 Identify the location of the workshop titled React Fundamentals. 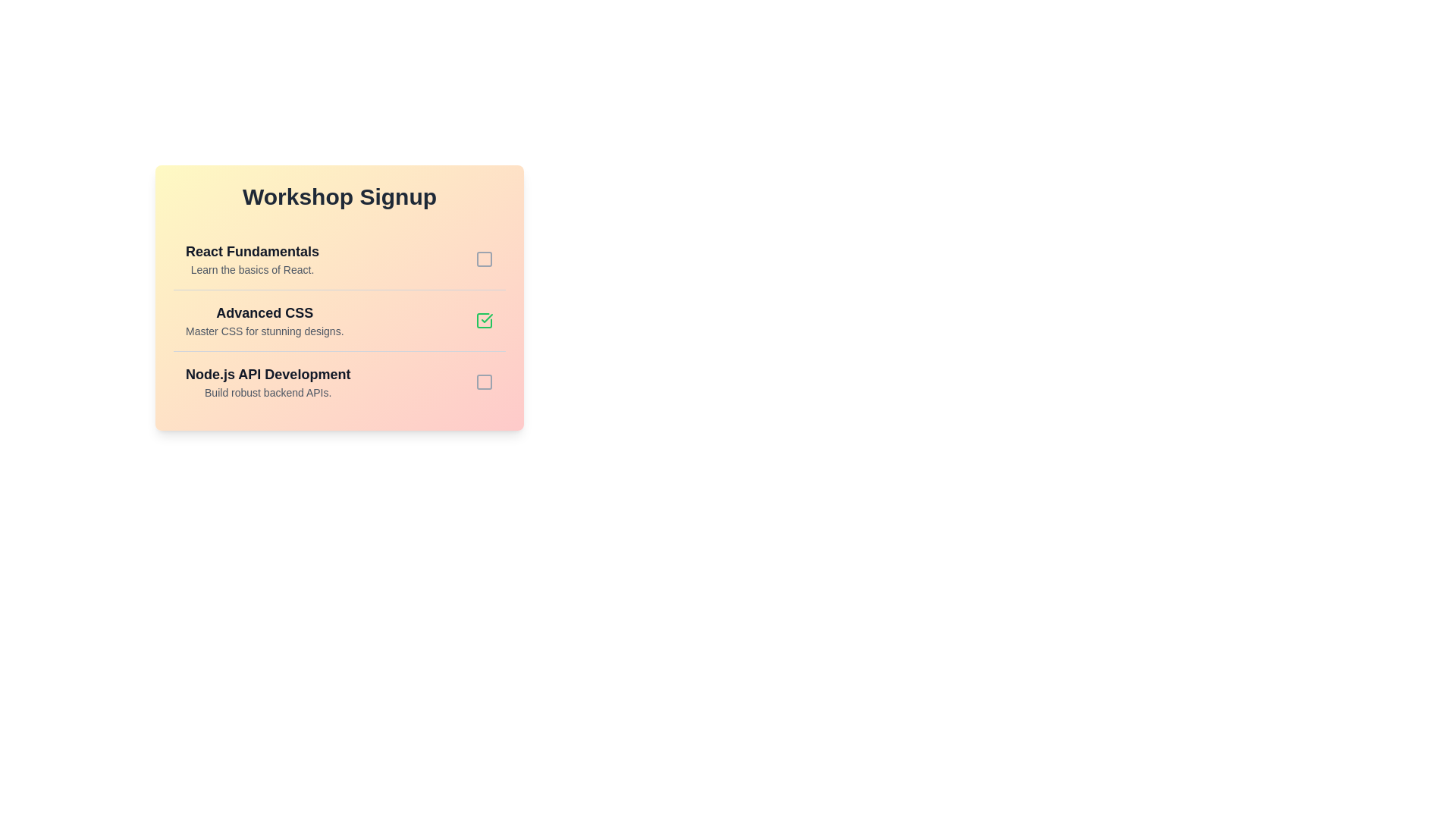
(252, 259).